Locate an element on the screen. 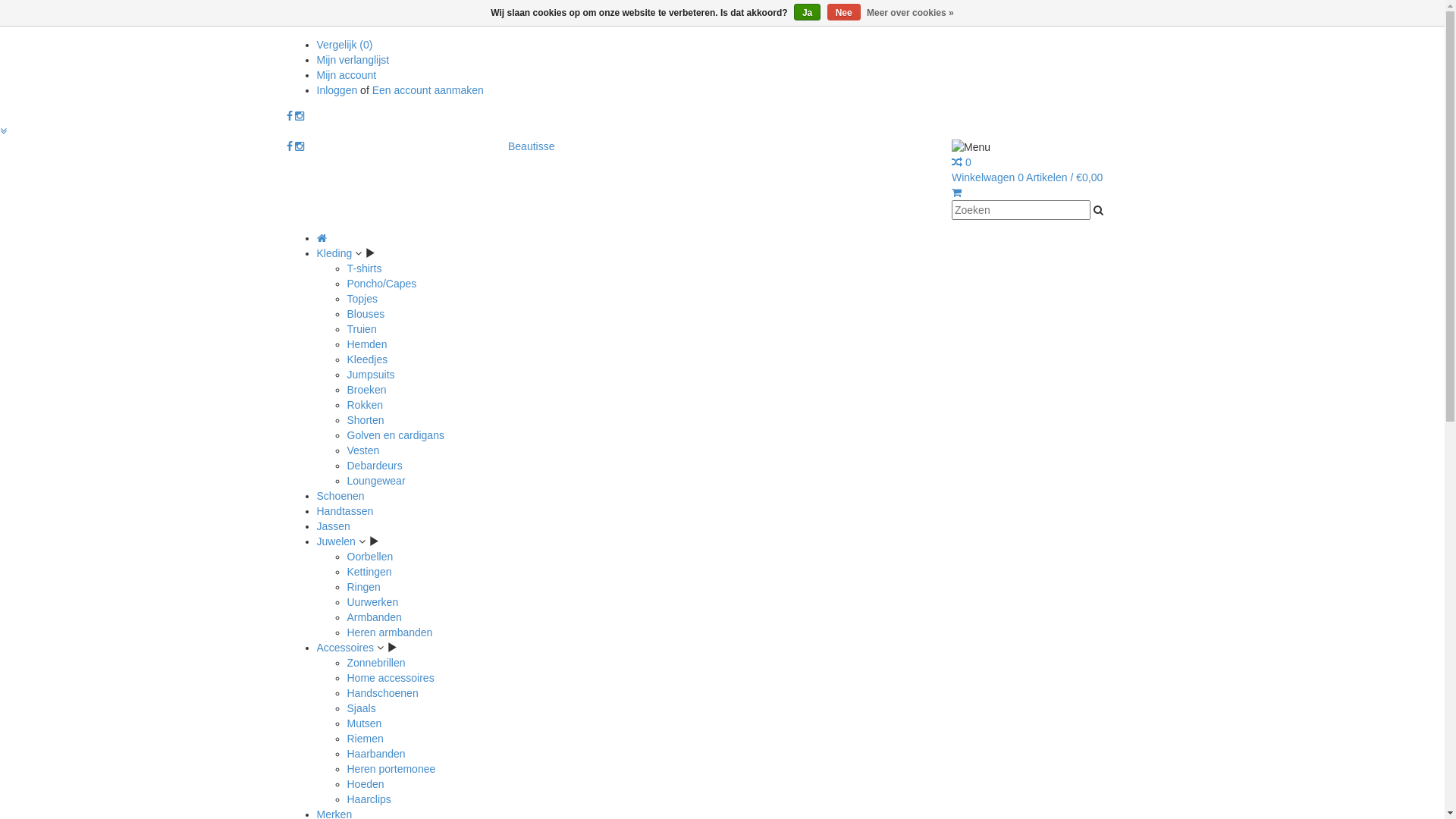 The height and width of the screenshot is (819, 1456). 'Golven en cardigans' is located at coordinates (396, 435).